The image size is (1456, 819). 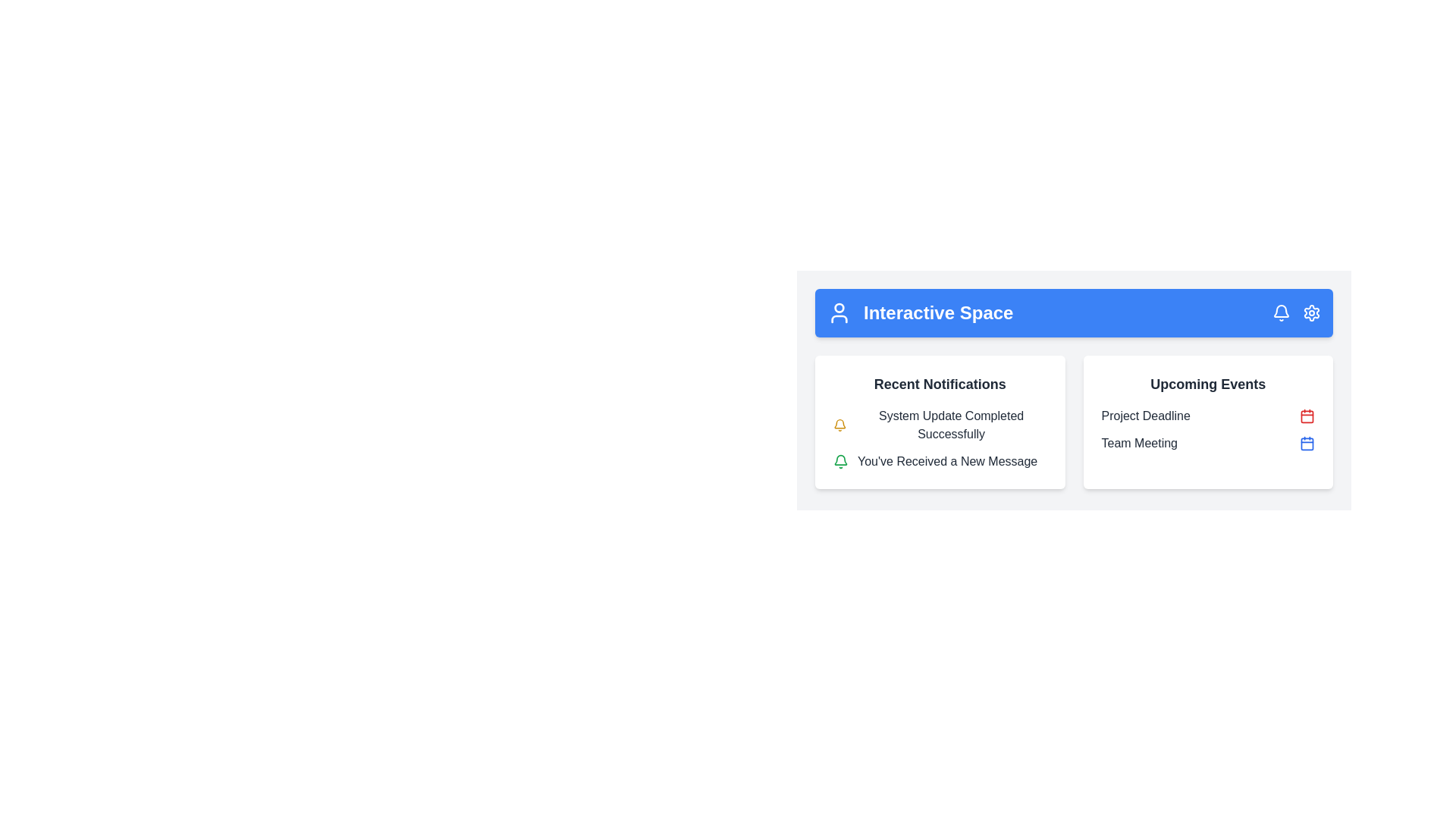 I want to click on the green bell icon located to the left of the text 'You've Received a New Message', so click(x=839, y=461).